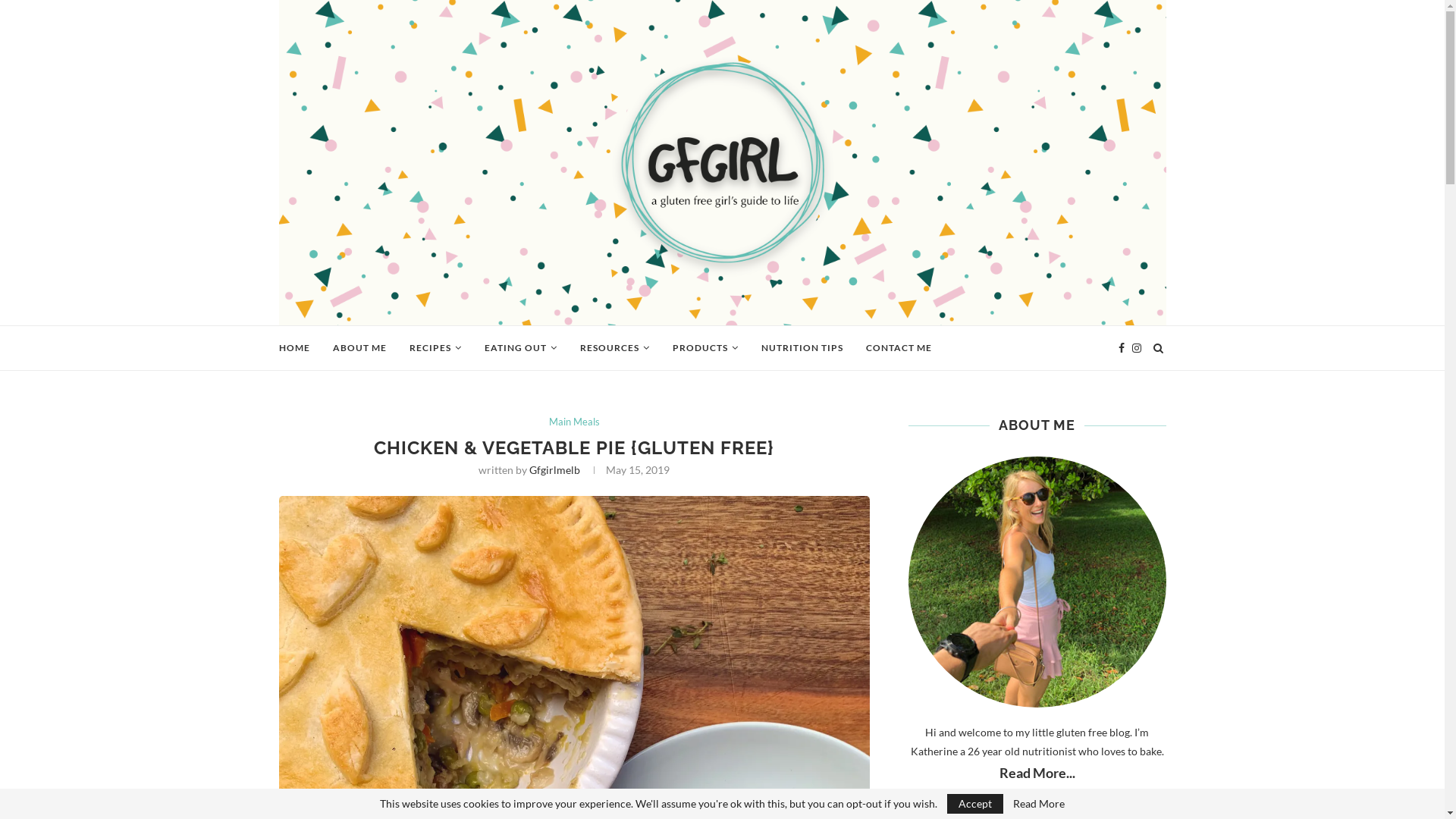  Describe the element at coordinates (1037, 772) in the screenshot. I see `'Read More...'` at that location.